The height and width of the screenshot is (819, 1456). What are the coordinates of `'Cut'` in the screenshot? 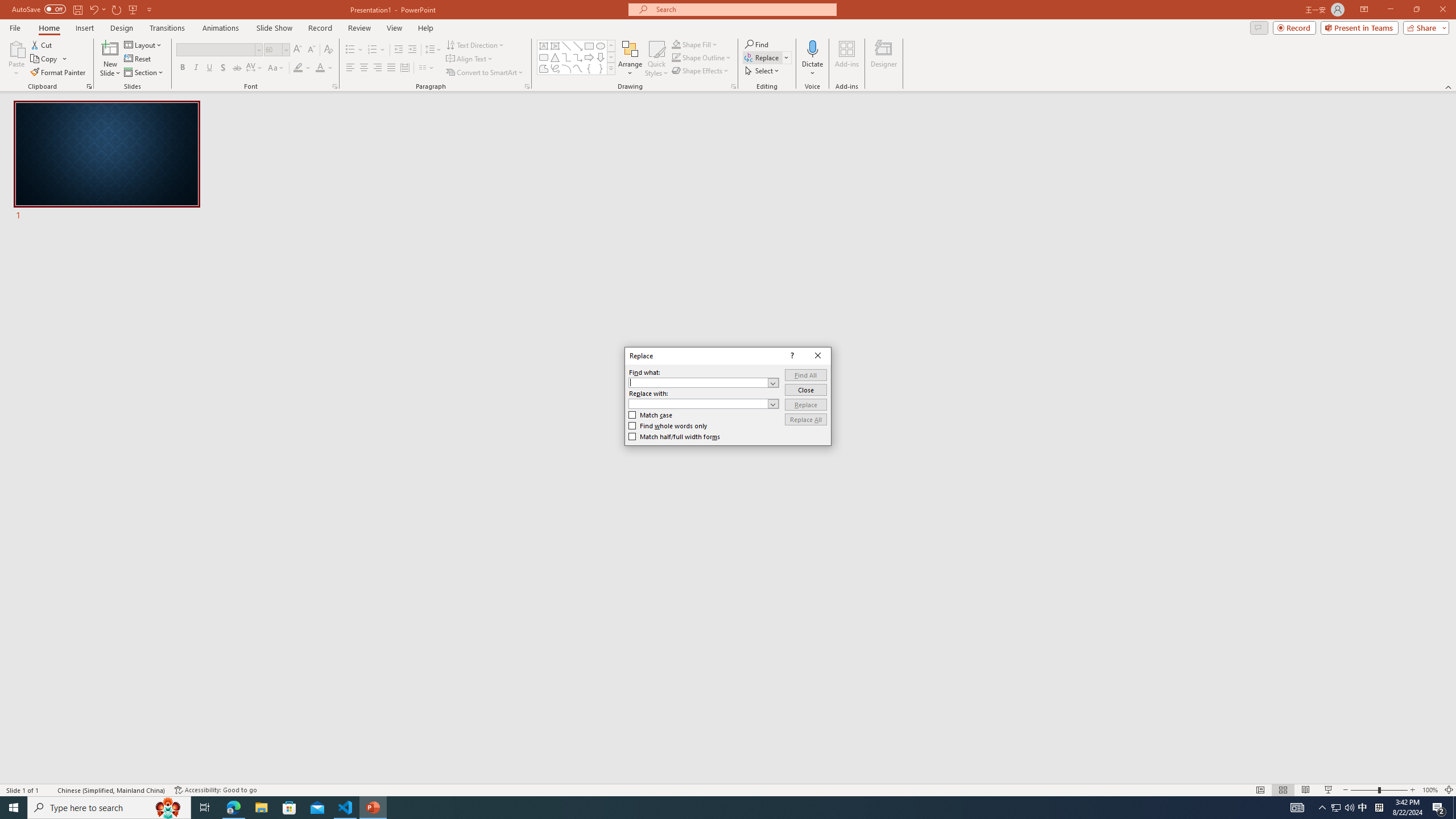 It's located at (42, 44).